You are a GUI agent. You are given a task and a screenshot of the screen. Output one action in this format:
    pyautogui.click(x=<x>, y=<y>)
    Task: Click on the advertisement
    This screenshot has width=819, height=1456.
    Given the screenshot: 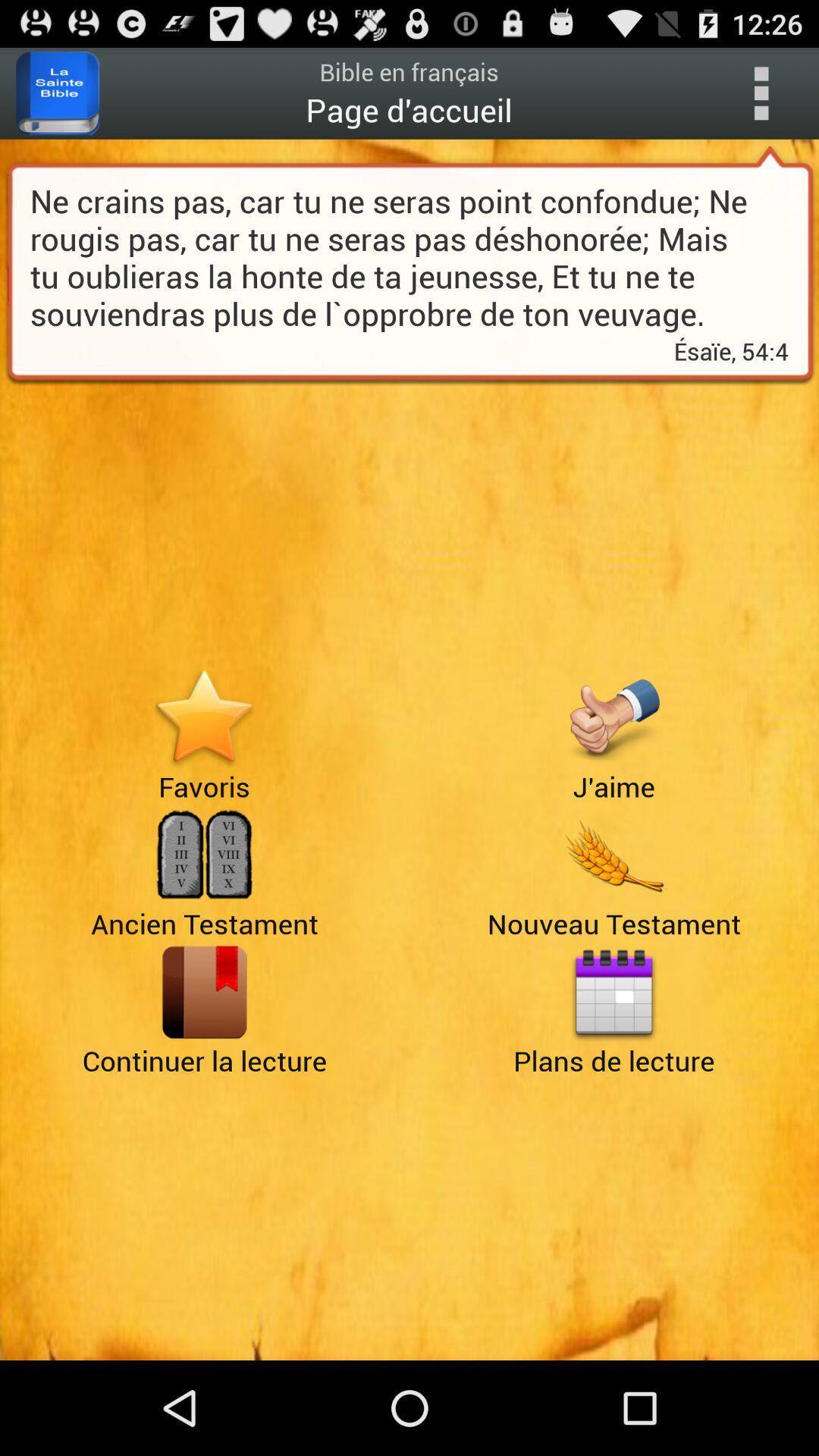 What is the action you would take?
    pyautogui.click(x=613, y=855)
    